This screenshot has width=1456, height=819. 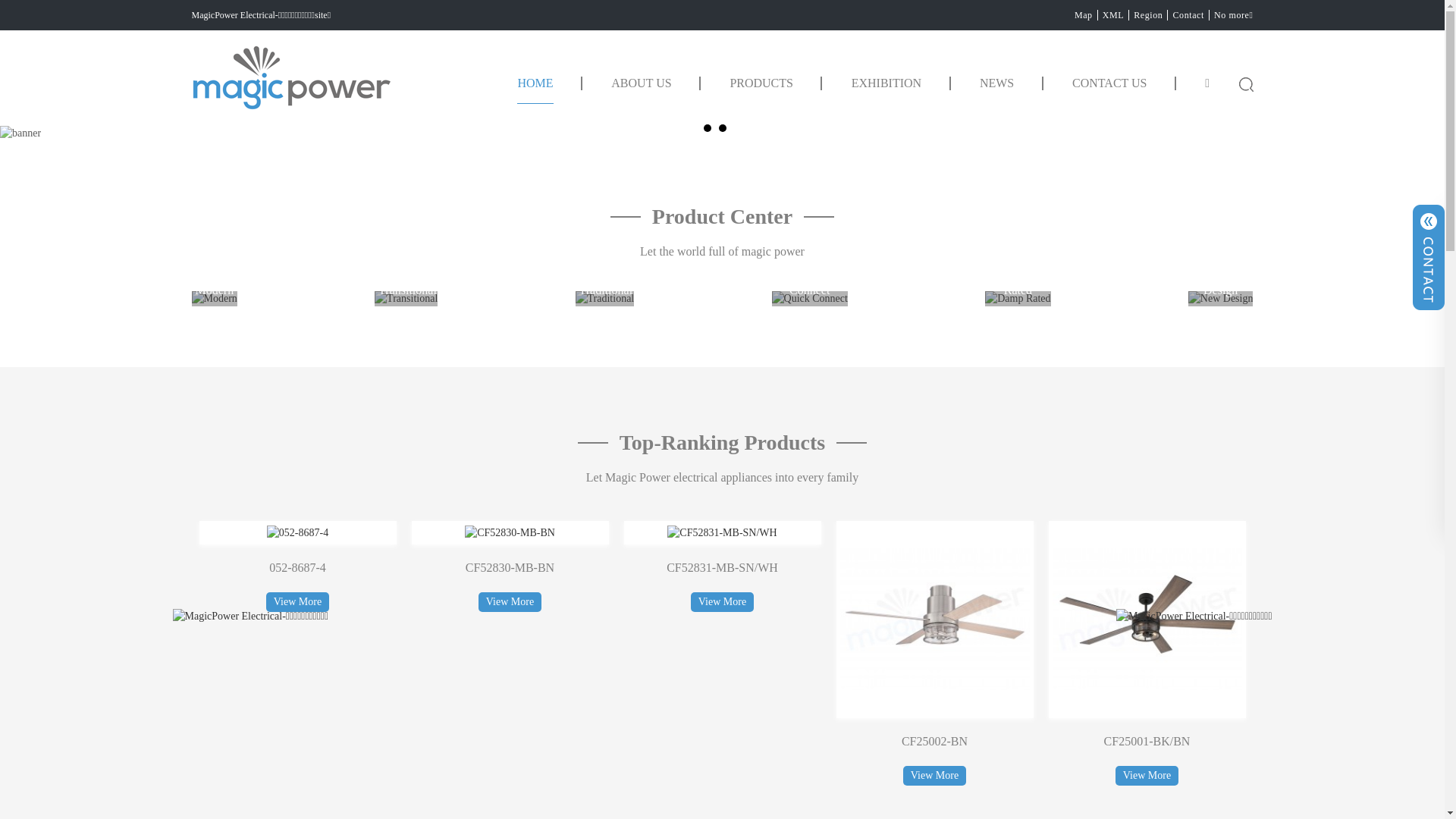 I want to click on 'Damp Rated', so click(x=1018, y=299).